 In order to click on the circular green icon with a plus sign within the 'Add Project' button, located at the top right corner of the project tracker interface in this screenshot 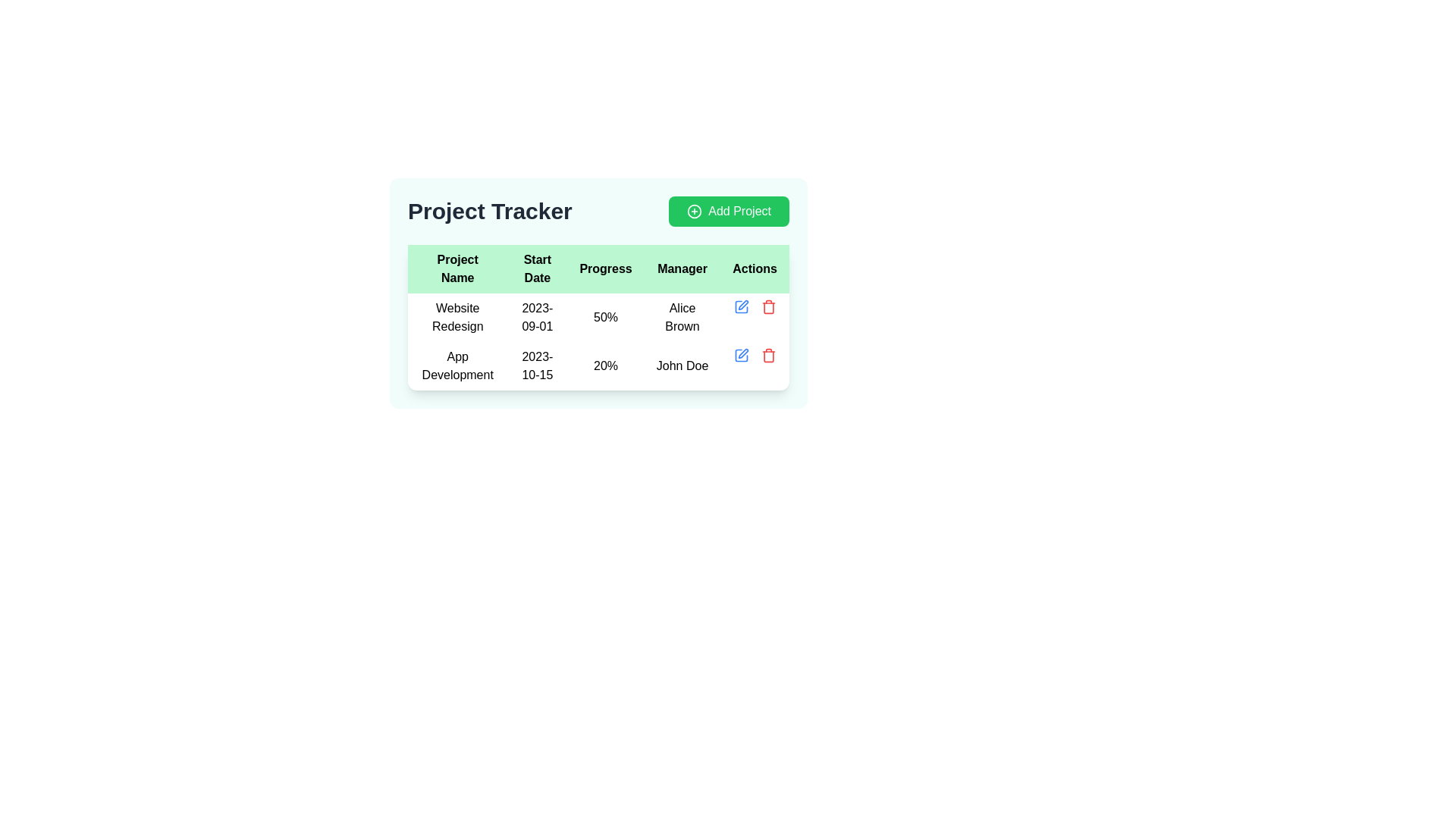, I will do `click(694, 211)`.